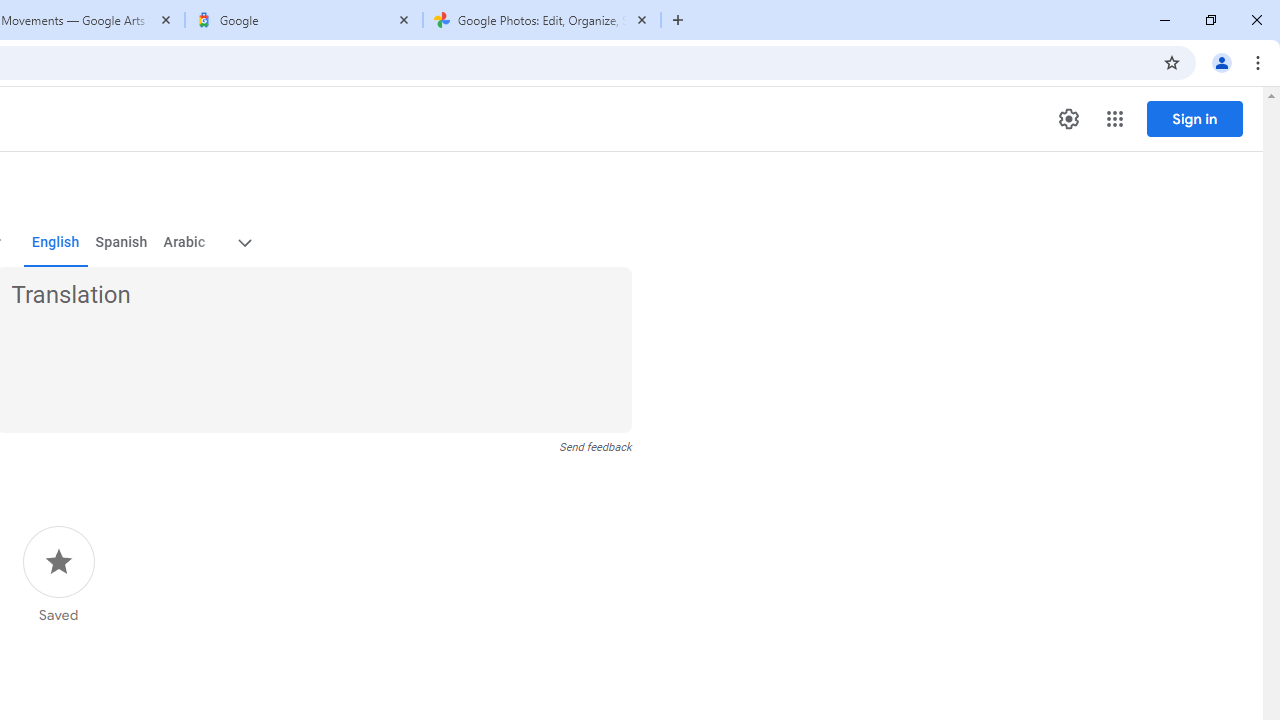 This screenshot has width=1280, height=720. I want to click on 'Send feedback', so click(594, 446).